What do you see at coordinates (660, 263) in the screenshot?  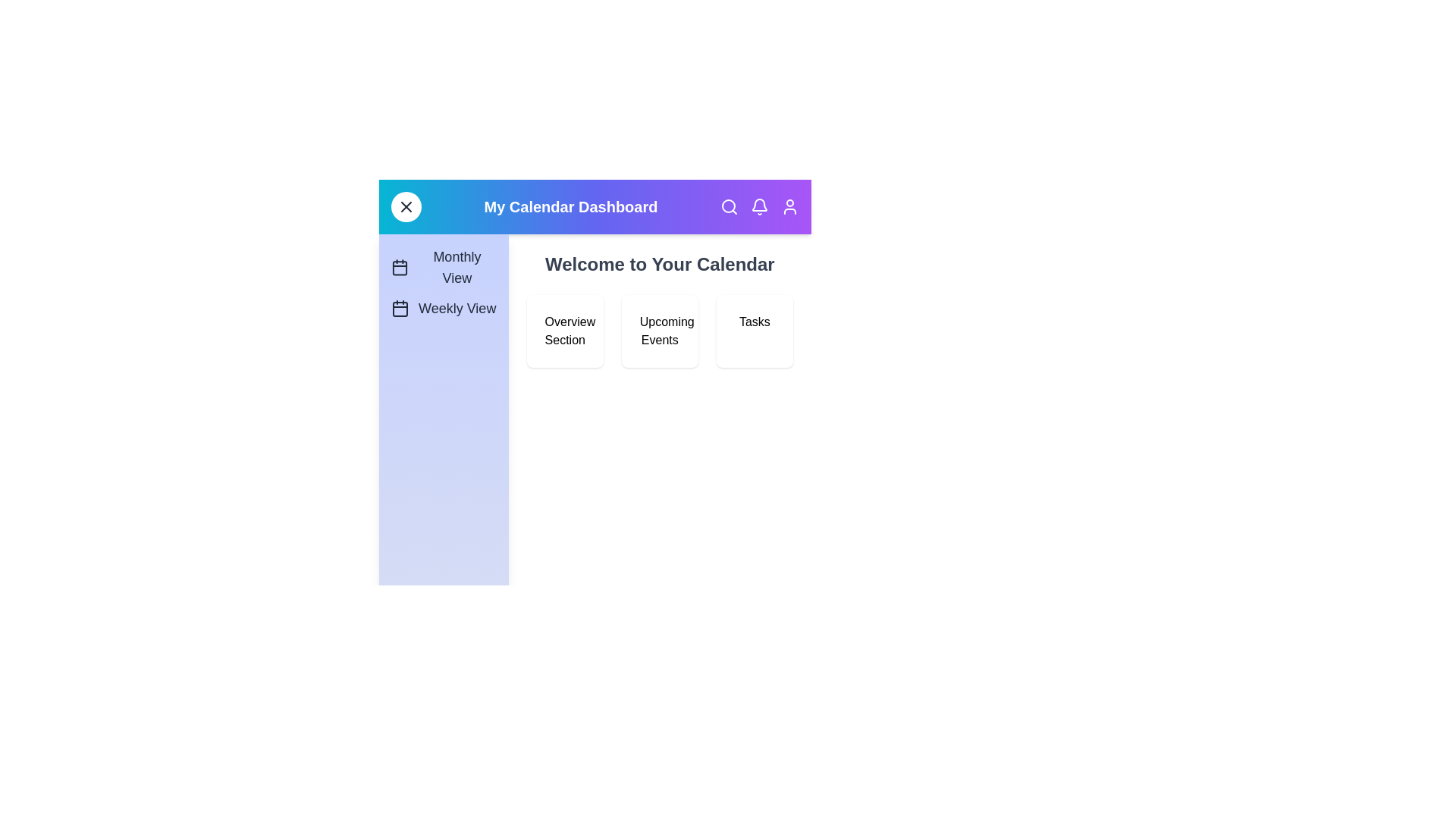 I see `the welcome header text at the top of the calendar interface, which indicates the purpose of the application` at bounding box center [660, 263].